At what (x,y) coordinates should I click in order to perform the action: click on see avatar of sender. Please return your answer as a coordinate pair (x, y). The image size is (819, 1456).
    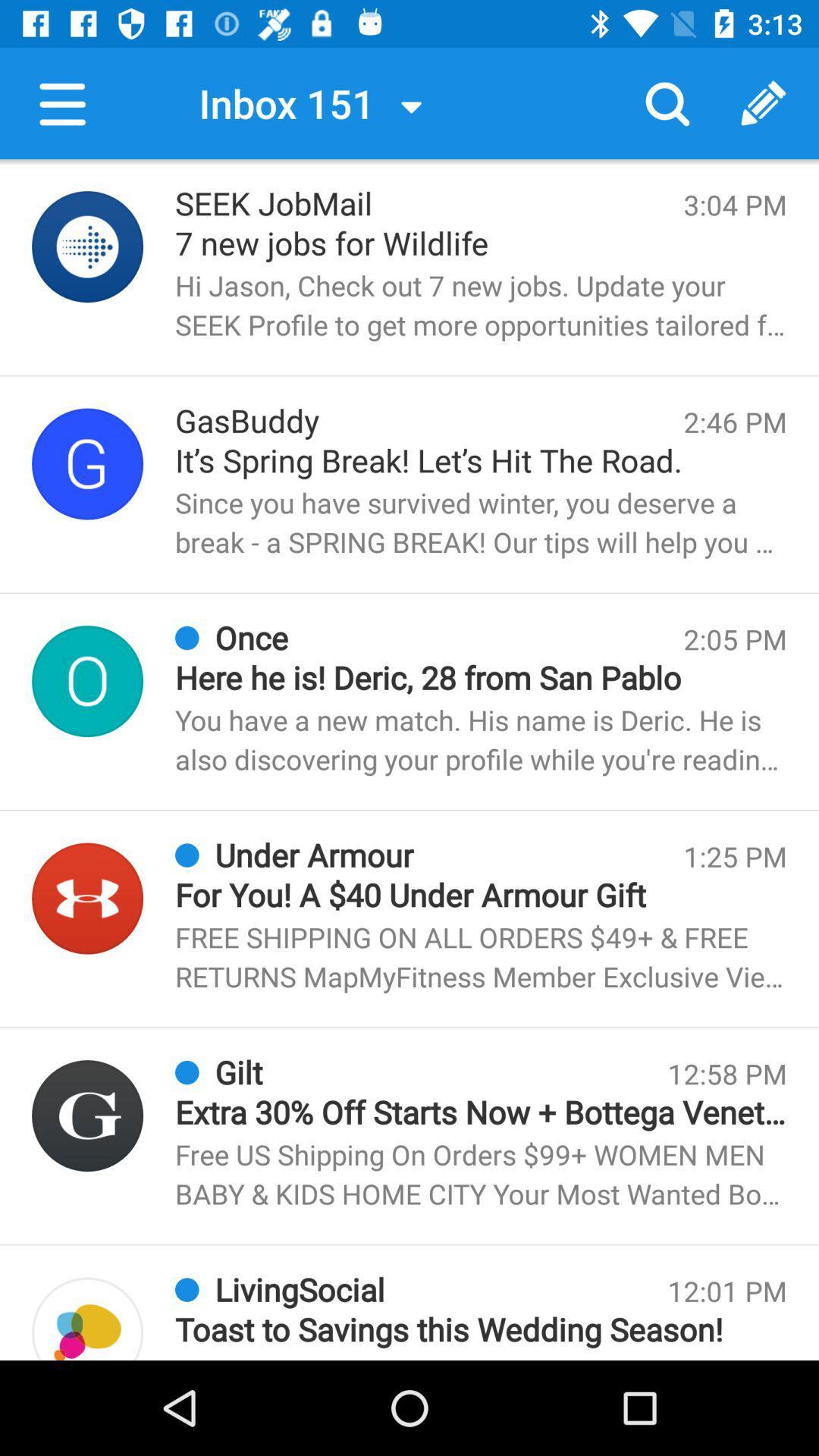
    Looking at the image, I should click on (87, 1116).